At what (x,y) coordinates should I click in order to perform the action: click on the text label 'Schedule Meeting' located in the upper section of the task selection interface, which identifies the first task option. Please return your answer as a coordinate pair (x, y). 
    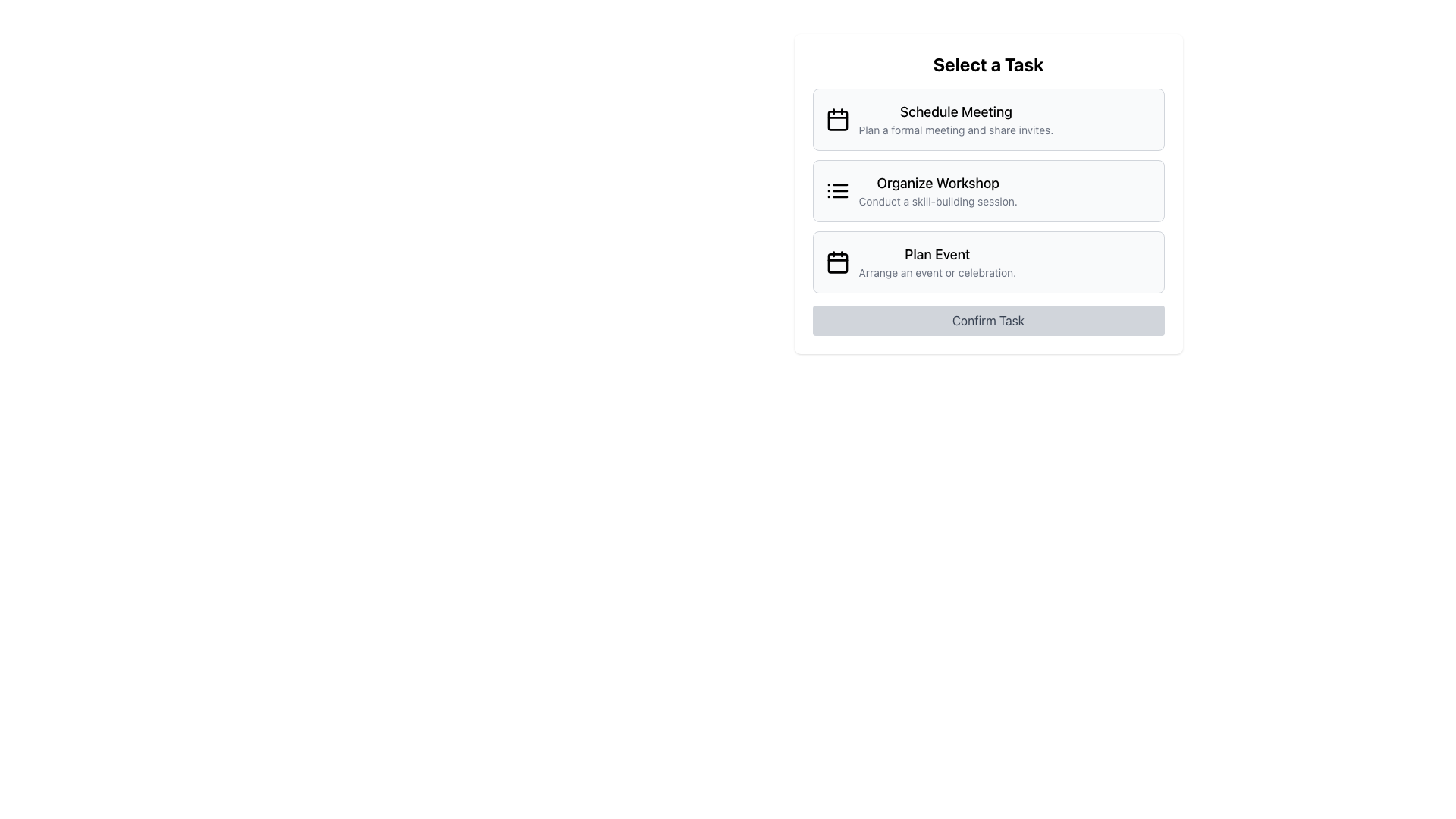
    Looking at the image, I should click on (955, 111).